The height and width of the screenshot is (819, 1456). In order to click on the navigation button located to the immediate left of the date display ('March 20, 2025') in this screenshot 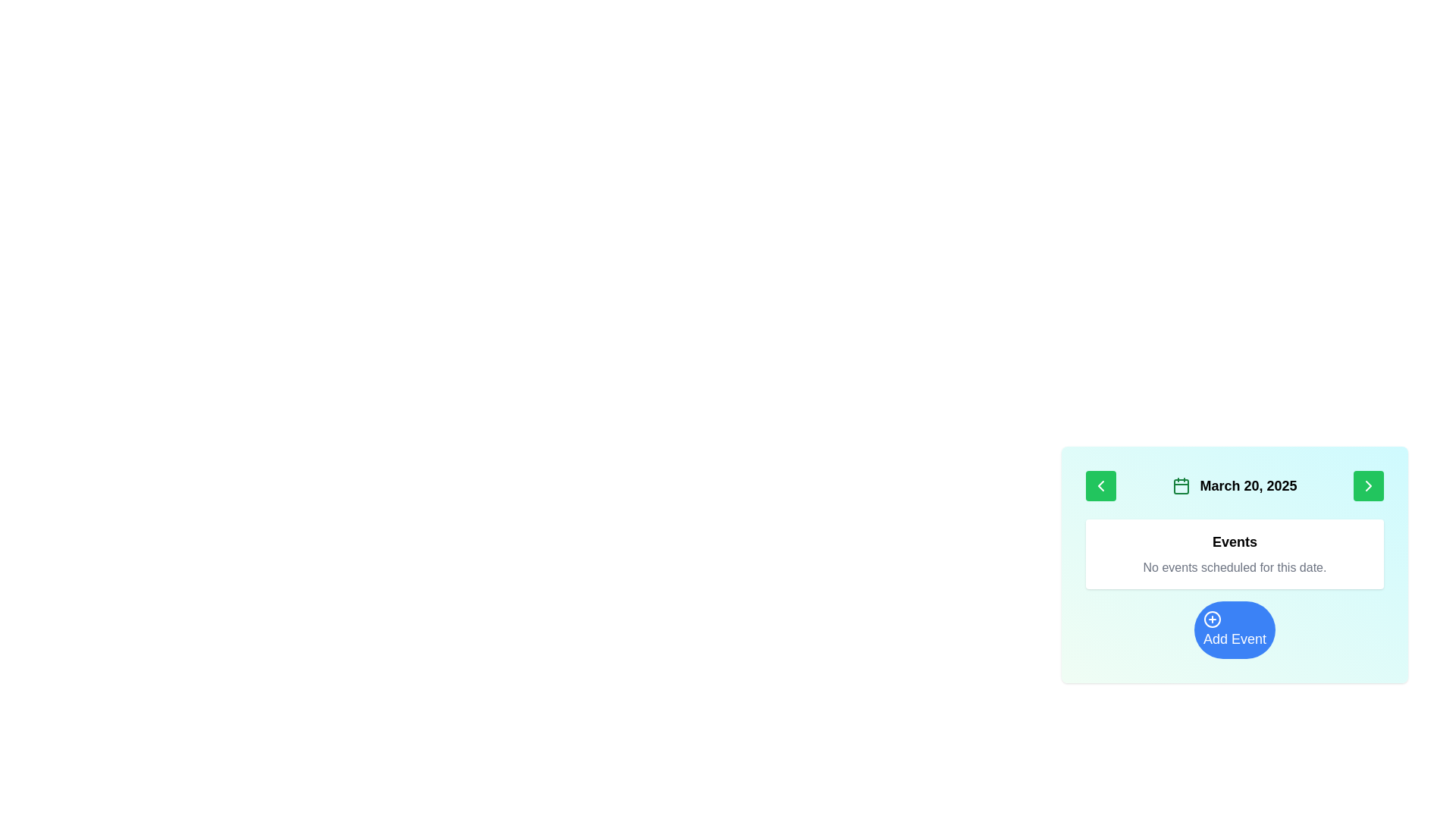, I will do `click(1100, 485)`.